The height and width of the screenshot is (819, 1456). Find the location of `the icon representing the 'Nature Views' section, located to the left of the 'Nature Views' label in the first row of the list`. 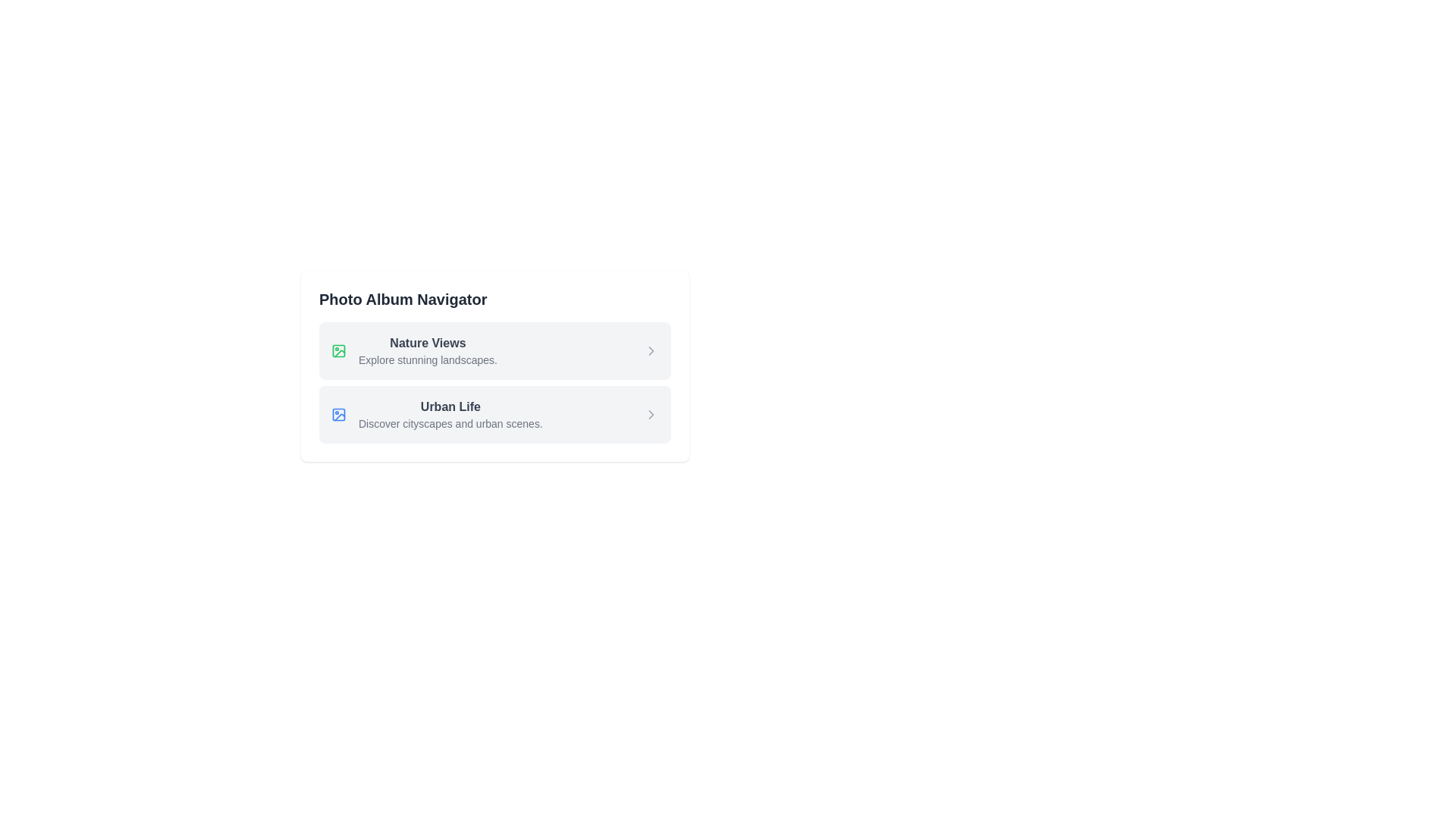

the icon representing the 'Nature Views' section, located to the left of the 'Nature Views' label in the first row of the list is located at coordinates (337, 350).